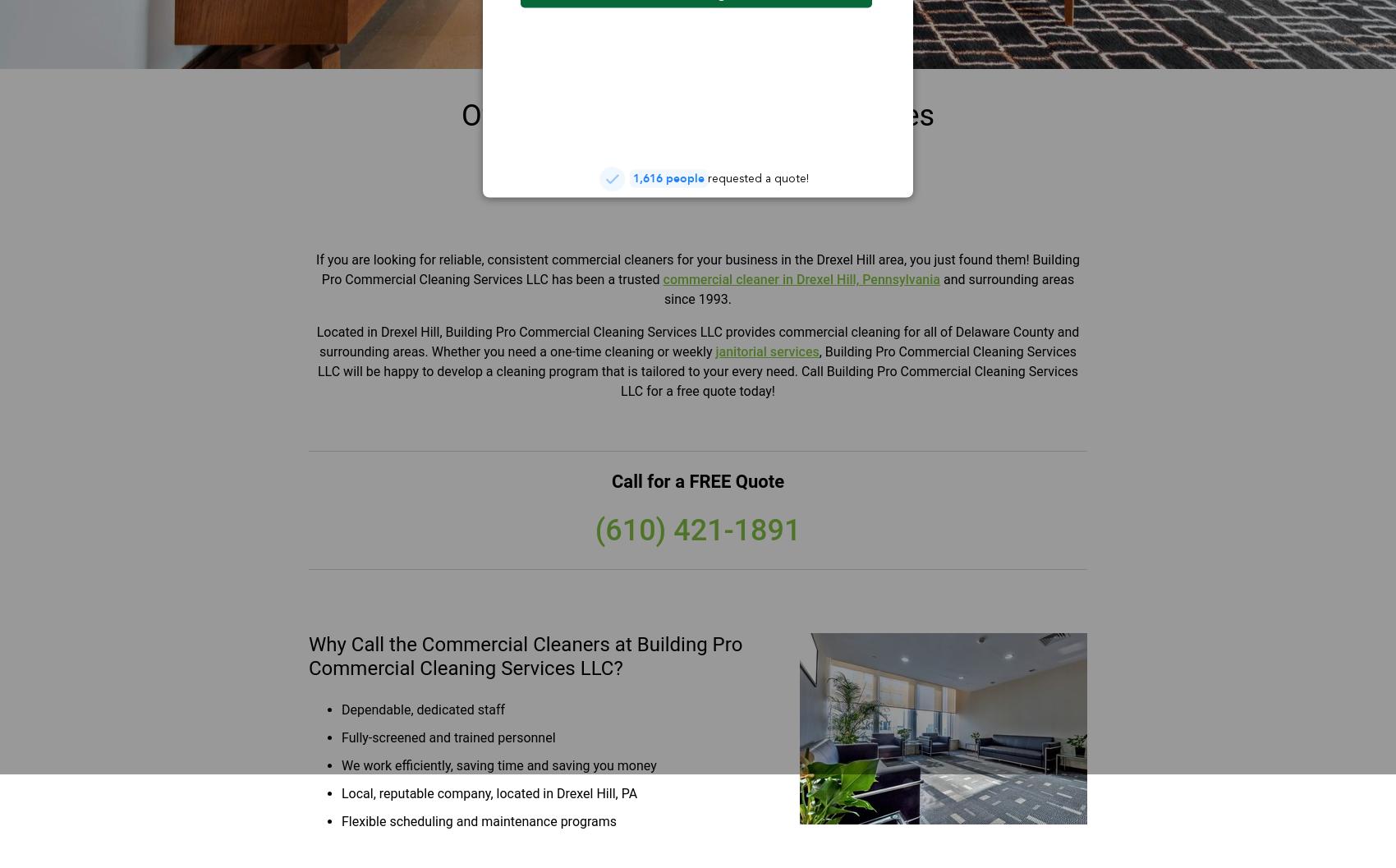 The height and width of the screenshot is (868, 1396). What do you see at coordinates (595, 530) in the screenshot?
I see `'(610) 421-1891'` at bounding box center [595, 530].